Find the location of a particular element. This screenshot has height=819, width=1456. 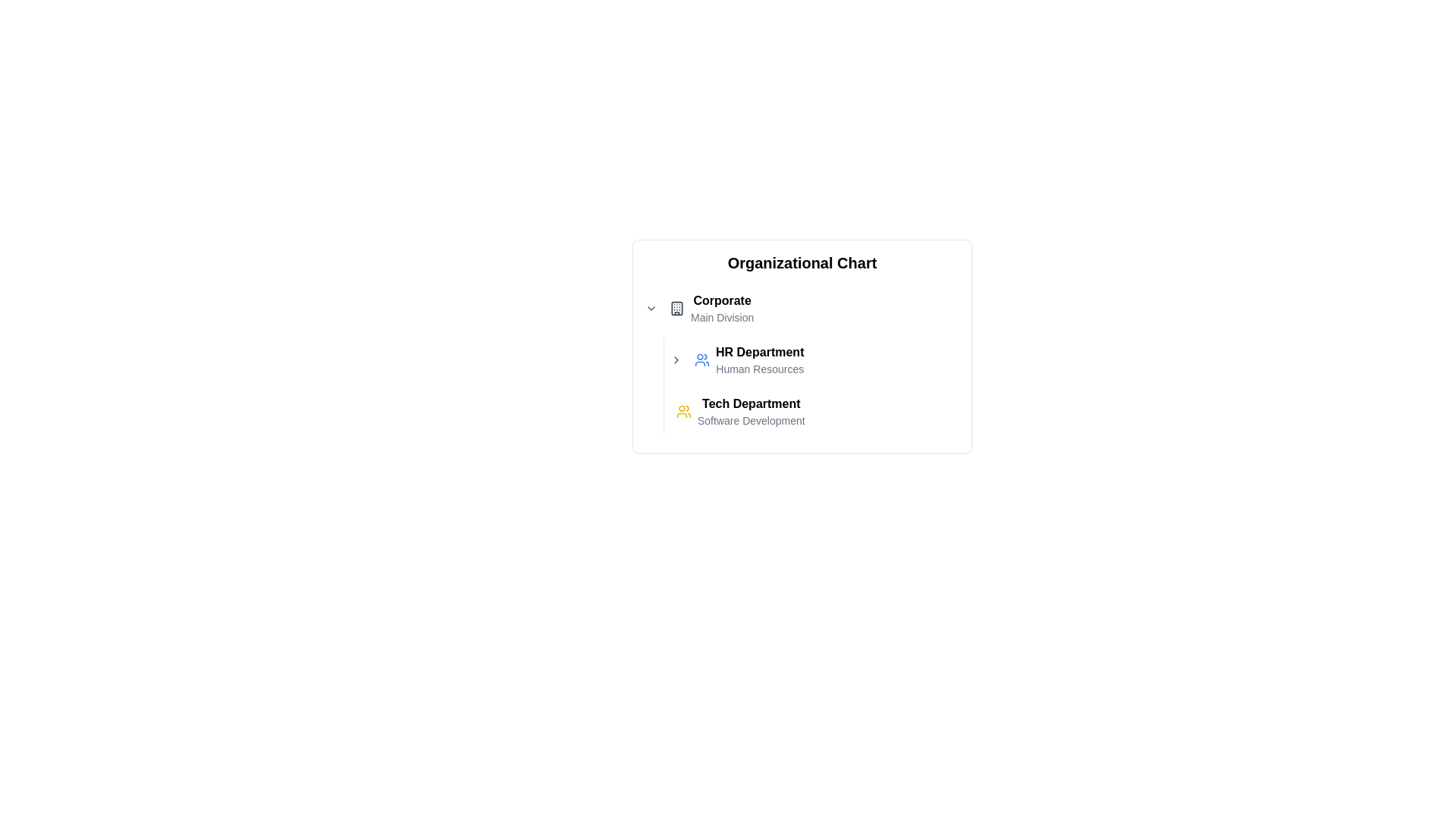

the static text element that describes the 'Tech Department', located directly below the 'Tech Department' label in the organizational chart is located at coordinates (751, 421).